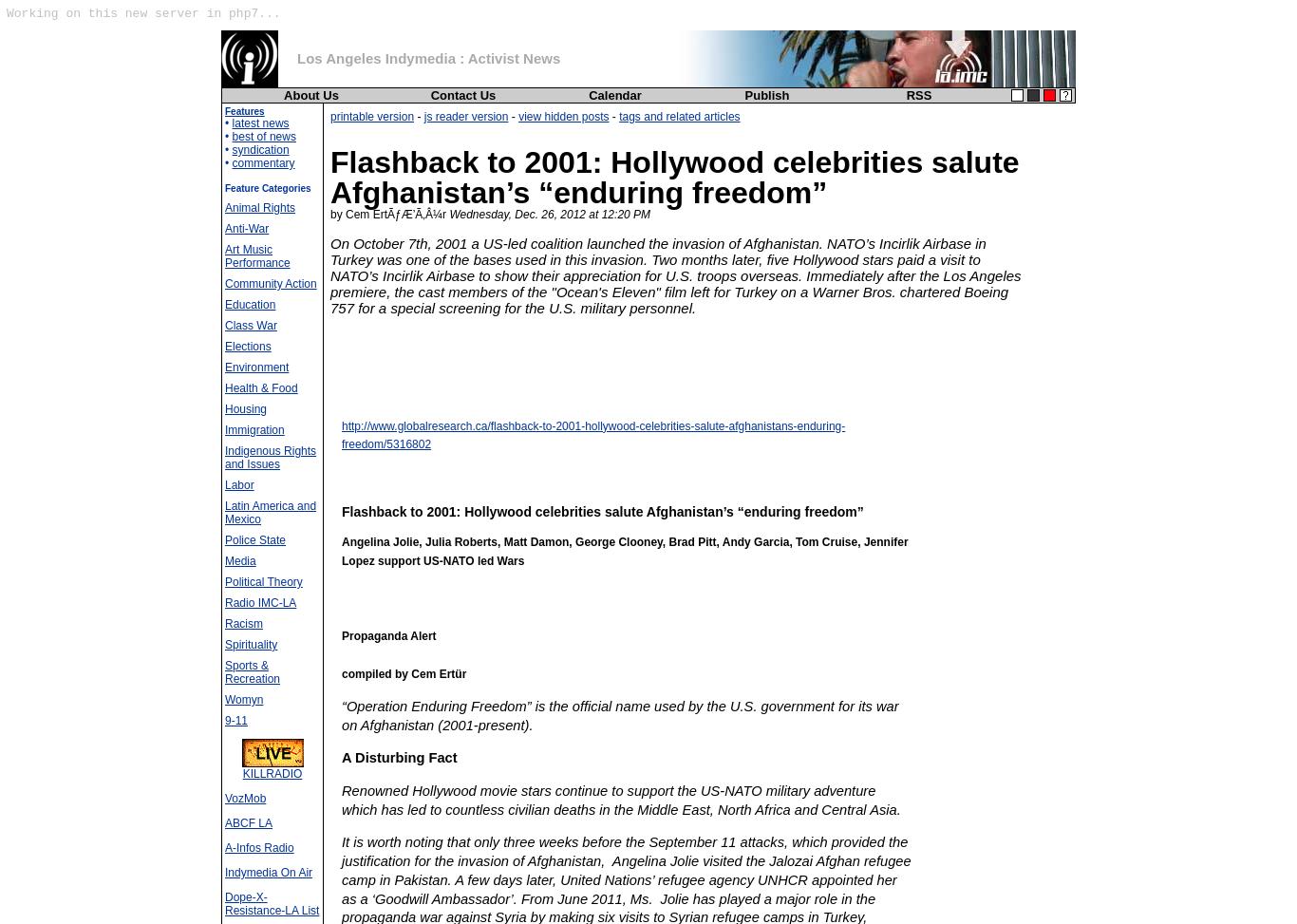 The image size is (1297, 924). I want to click on 'Environment', so click(256, 366).